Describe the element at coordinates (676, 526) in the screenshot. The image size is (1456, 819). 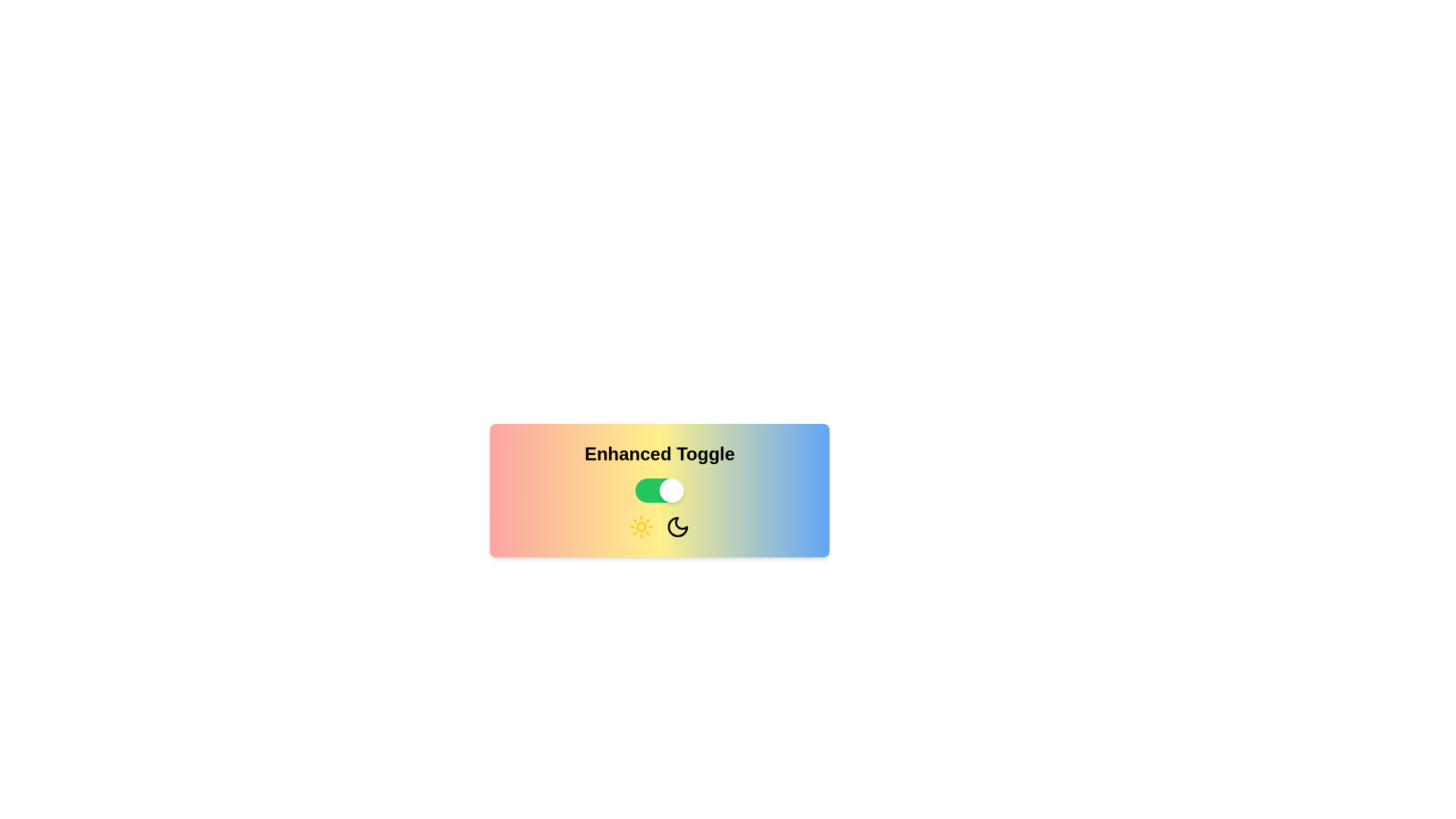
I see `the Moon icon to toggle the state to inactive` at that location.